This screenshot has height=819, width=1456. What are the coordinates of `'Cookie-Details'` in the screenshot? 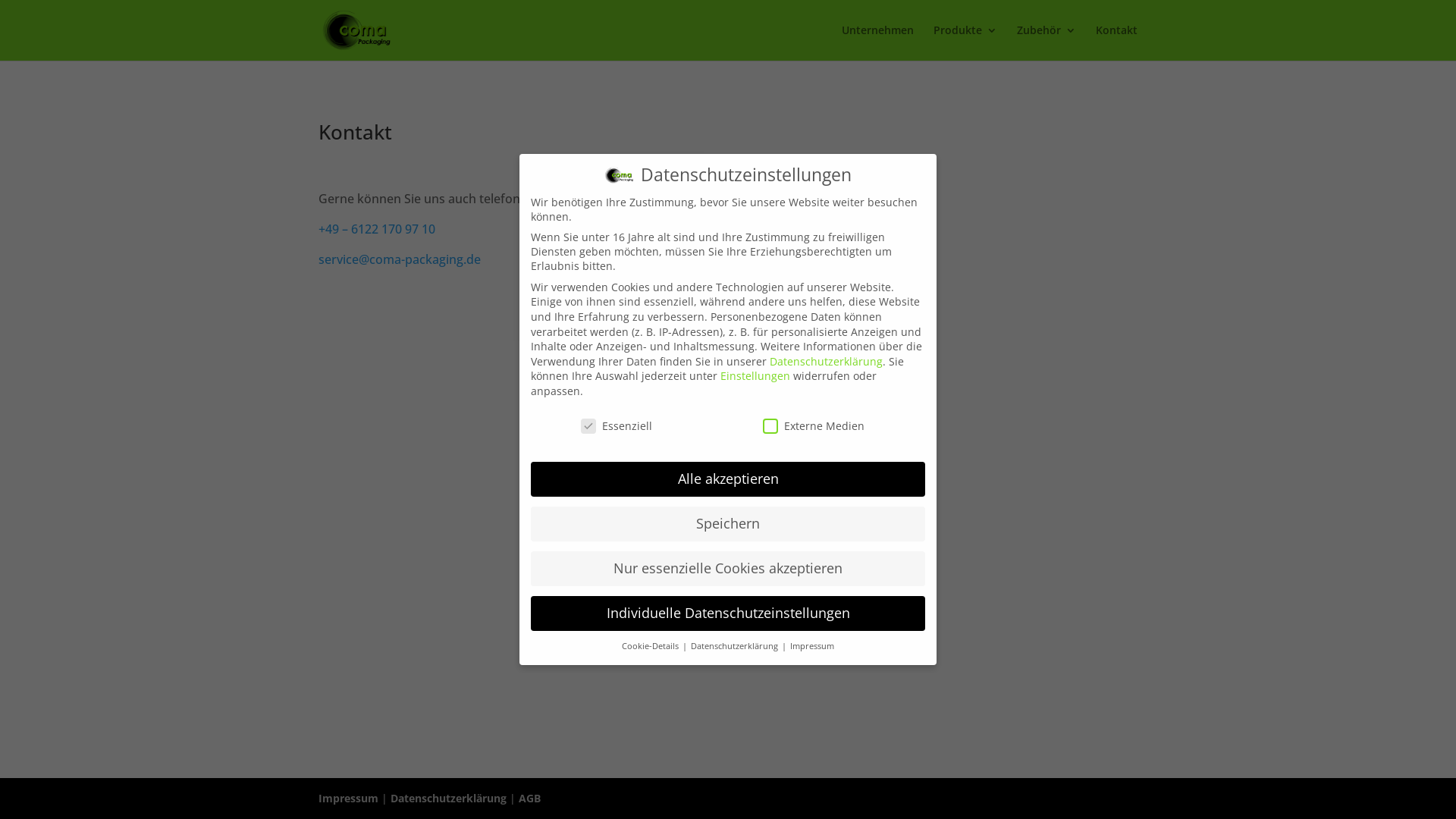 It's located at (622, 646).